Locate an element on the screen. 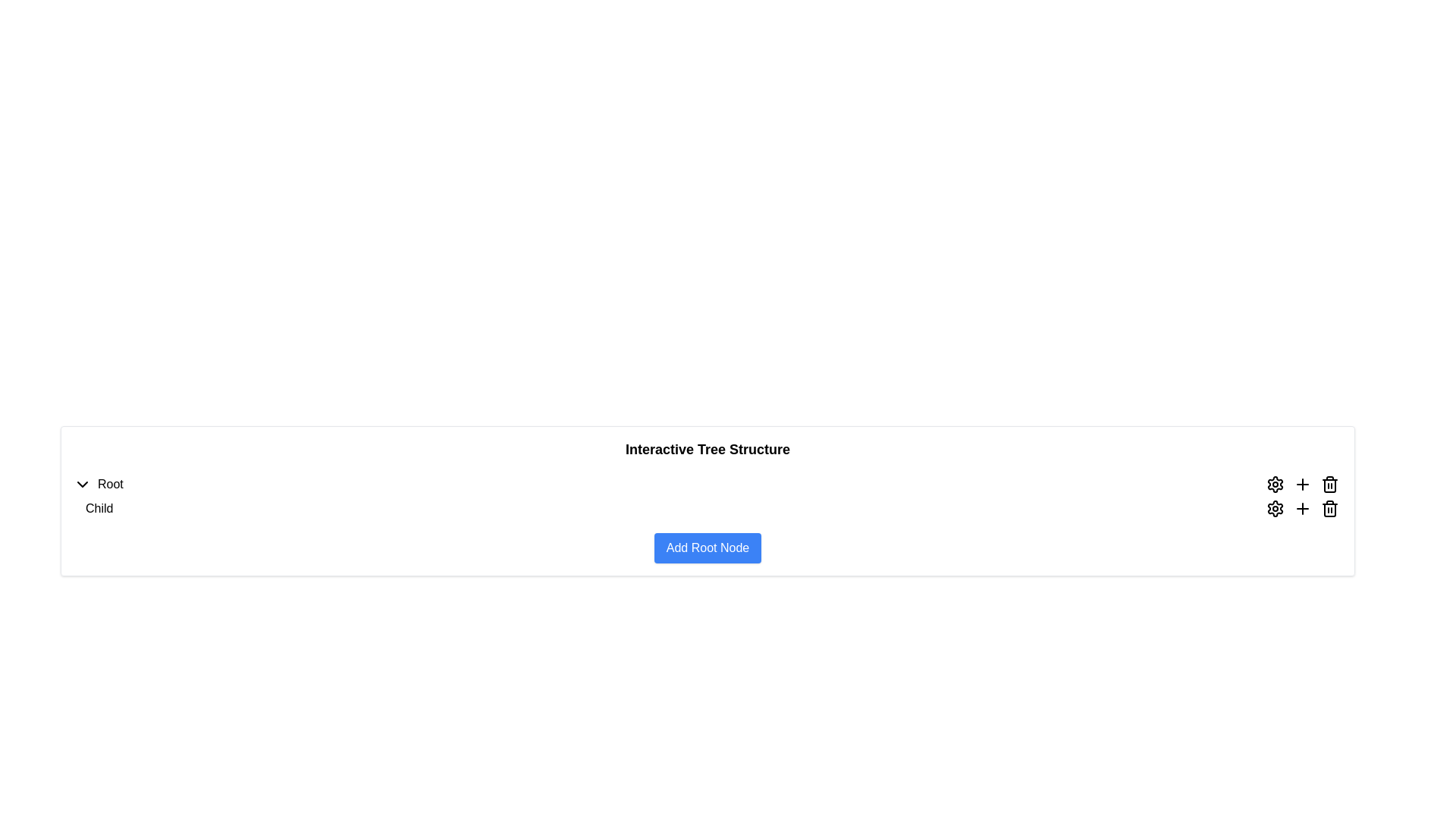 The height and width of the screenshot is (819, 1456). the Dropdown toggle icon, which is a small downward-facing chevron located to the left of the text 'Root' is located at coordinates (82, 485).